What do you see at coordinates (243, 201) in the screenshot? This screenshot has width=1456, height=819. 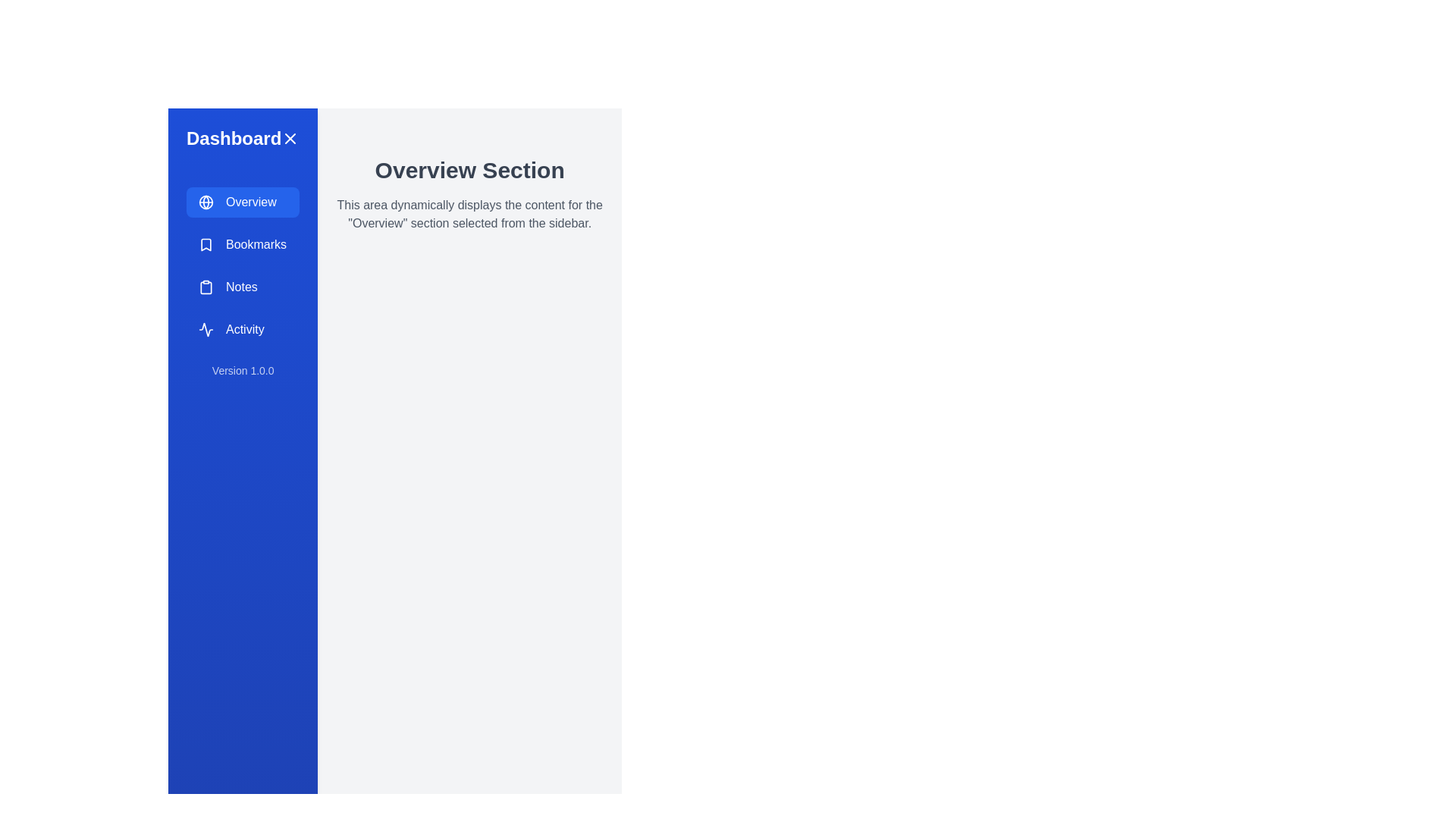 I see `the sidebar navigation option Overview` at bounding box center [243, 201].